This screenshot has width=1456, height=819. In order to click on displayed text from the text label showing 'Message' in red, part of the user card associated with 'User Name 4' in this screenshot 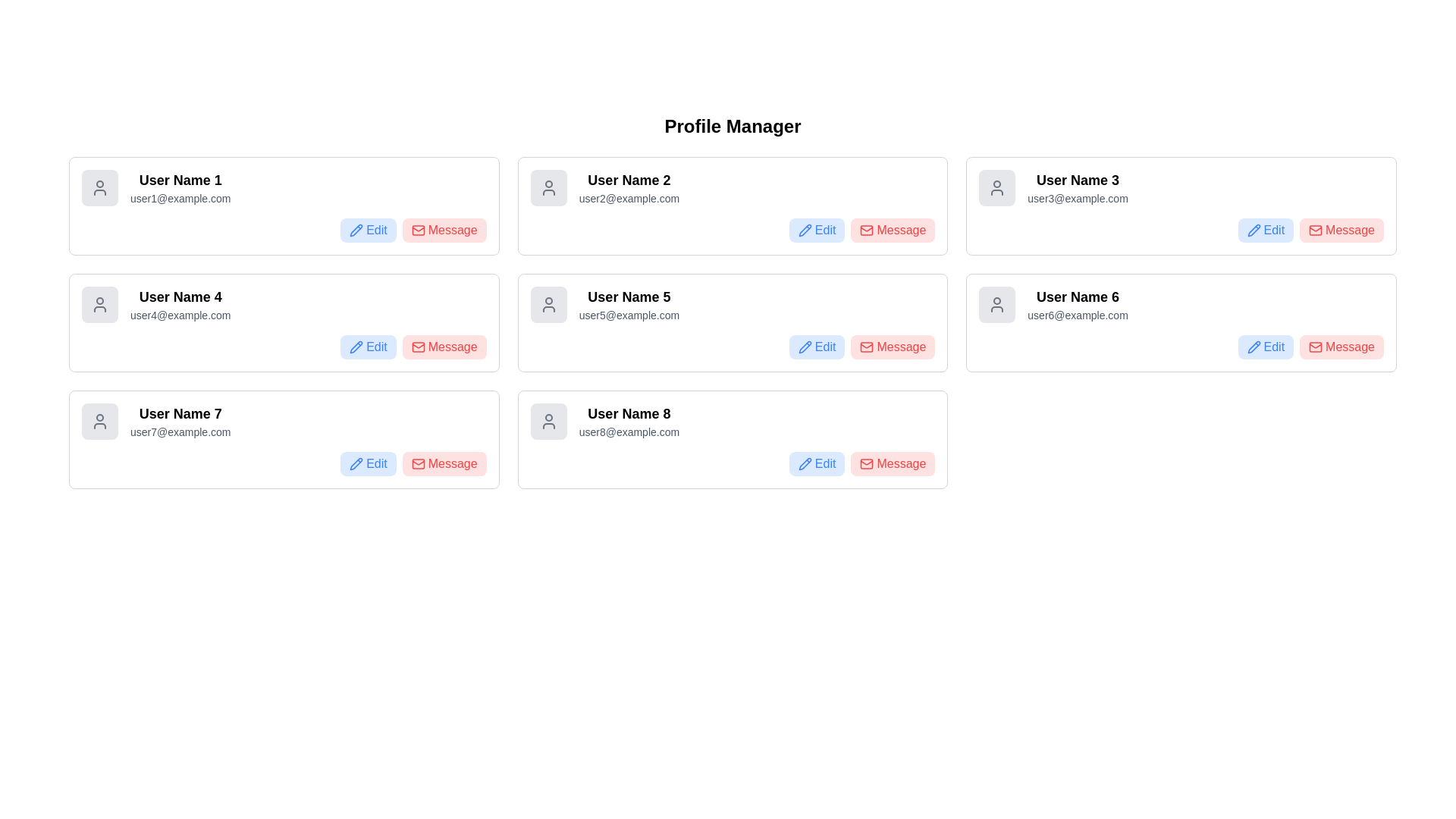, I will do `click(452, 347)`.